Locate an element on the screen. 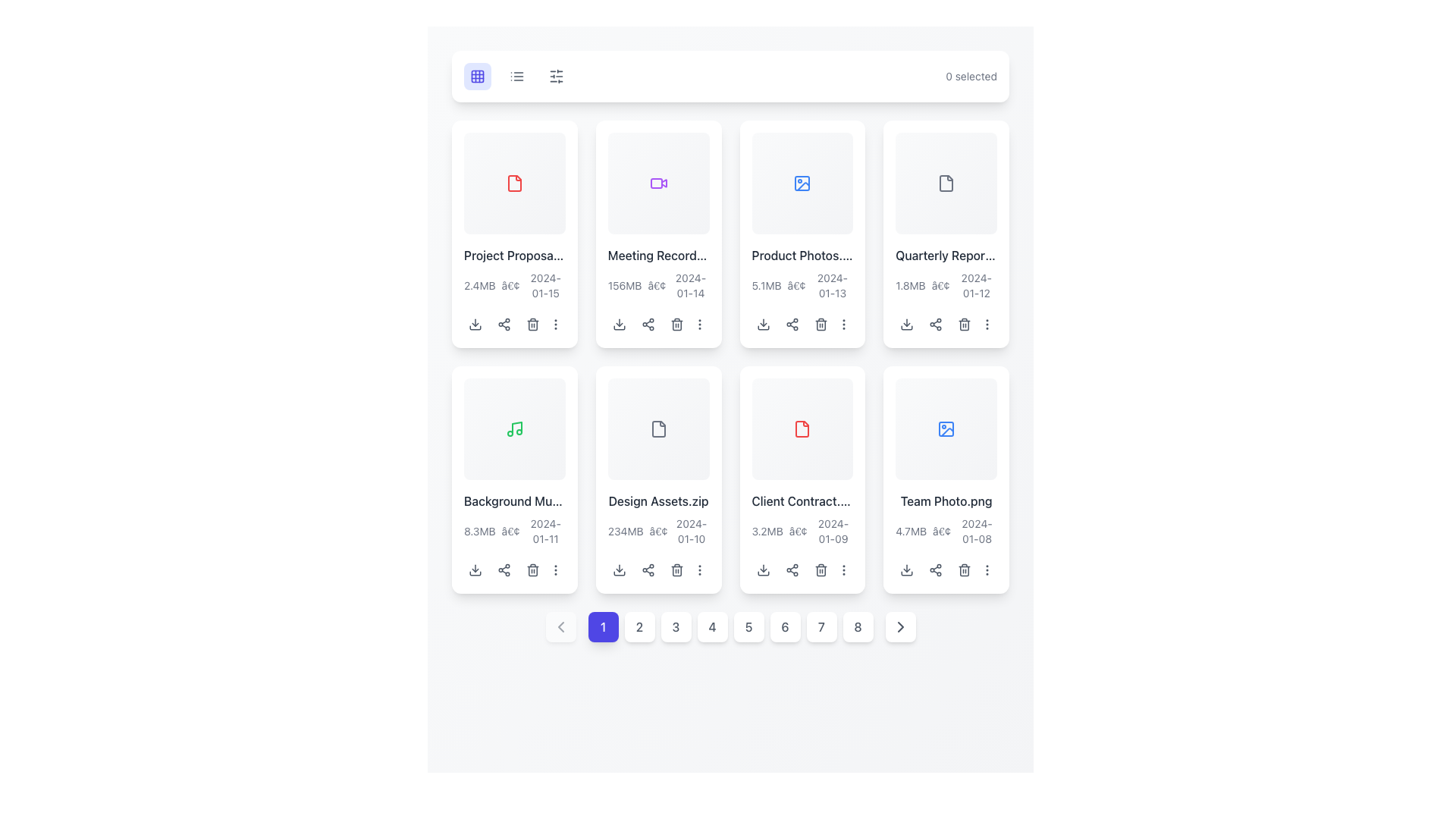 Image resolution: width=1456 pixels, height=819 pixels. the pagination button labeled '8' at the bottom center of the layout is located at coordinates (858, 626).